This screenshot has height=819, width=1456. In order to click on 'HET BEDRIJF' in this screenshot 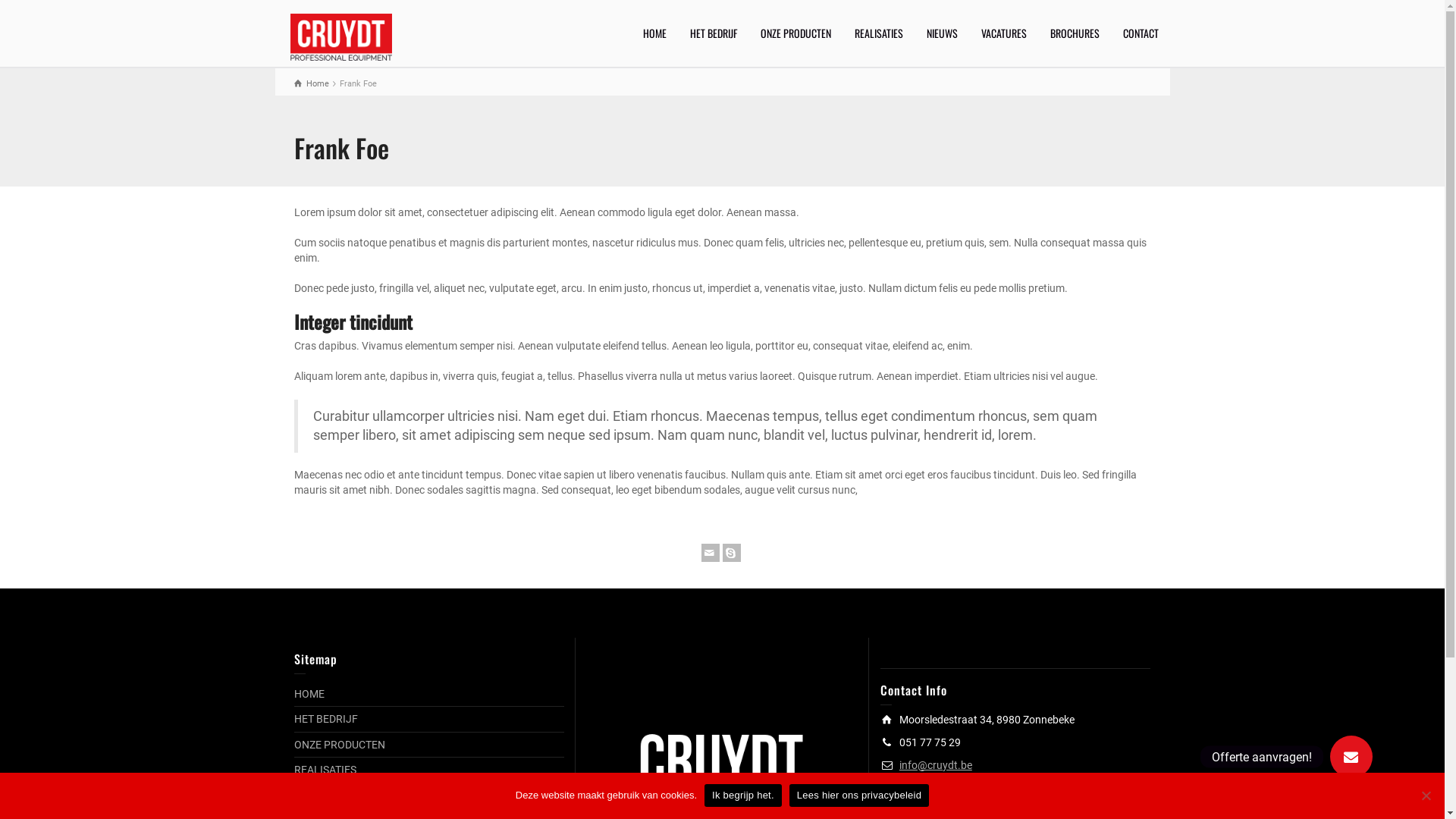, I will do `click(712, 33)`.